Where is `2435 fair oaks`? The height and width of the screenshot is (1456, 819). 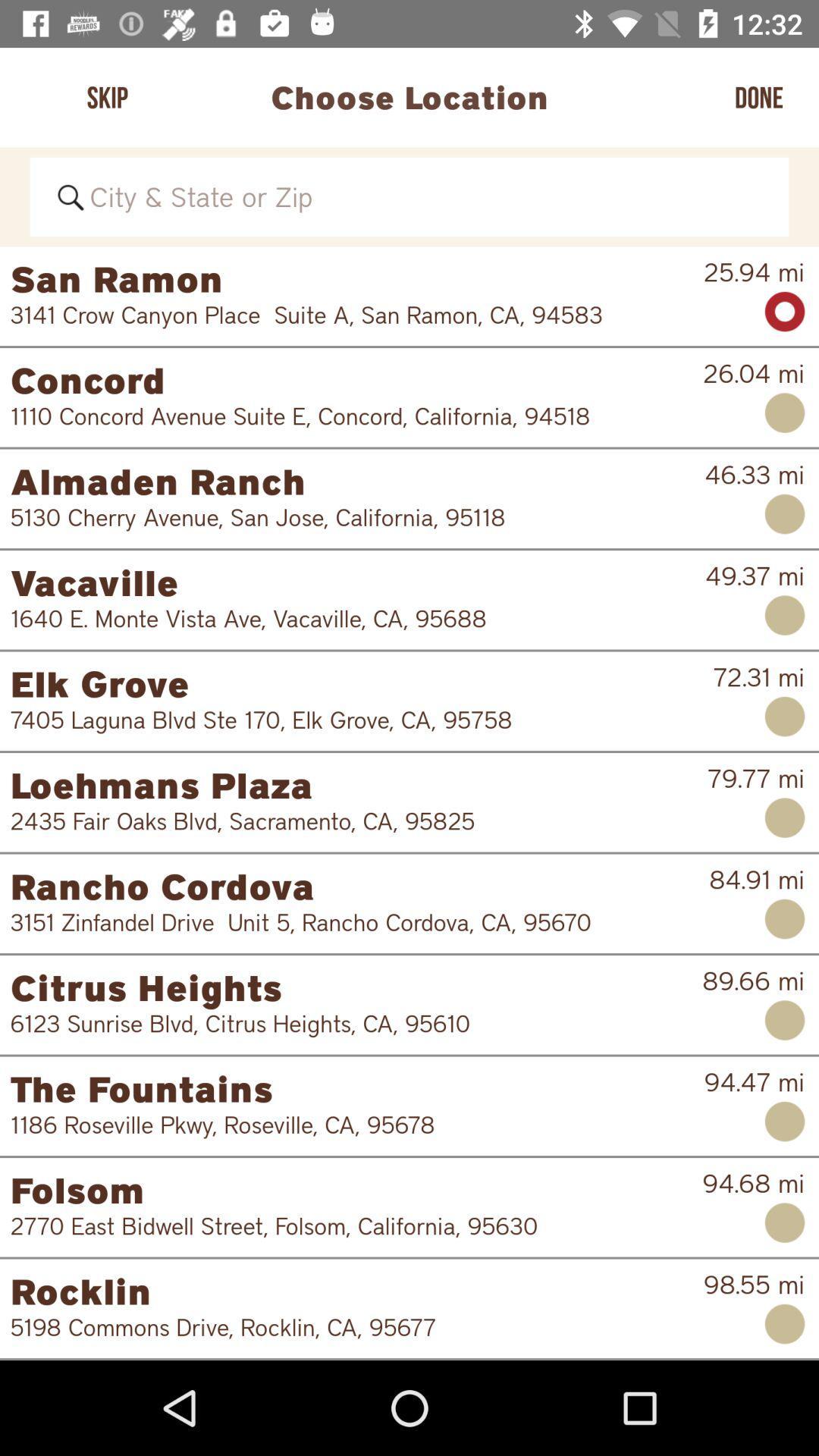
2435 fair oaks is located at coordinates (349, 821).